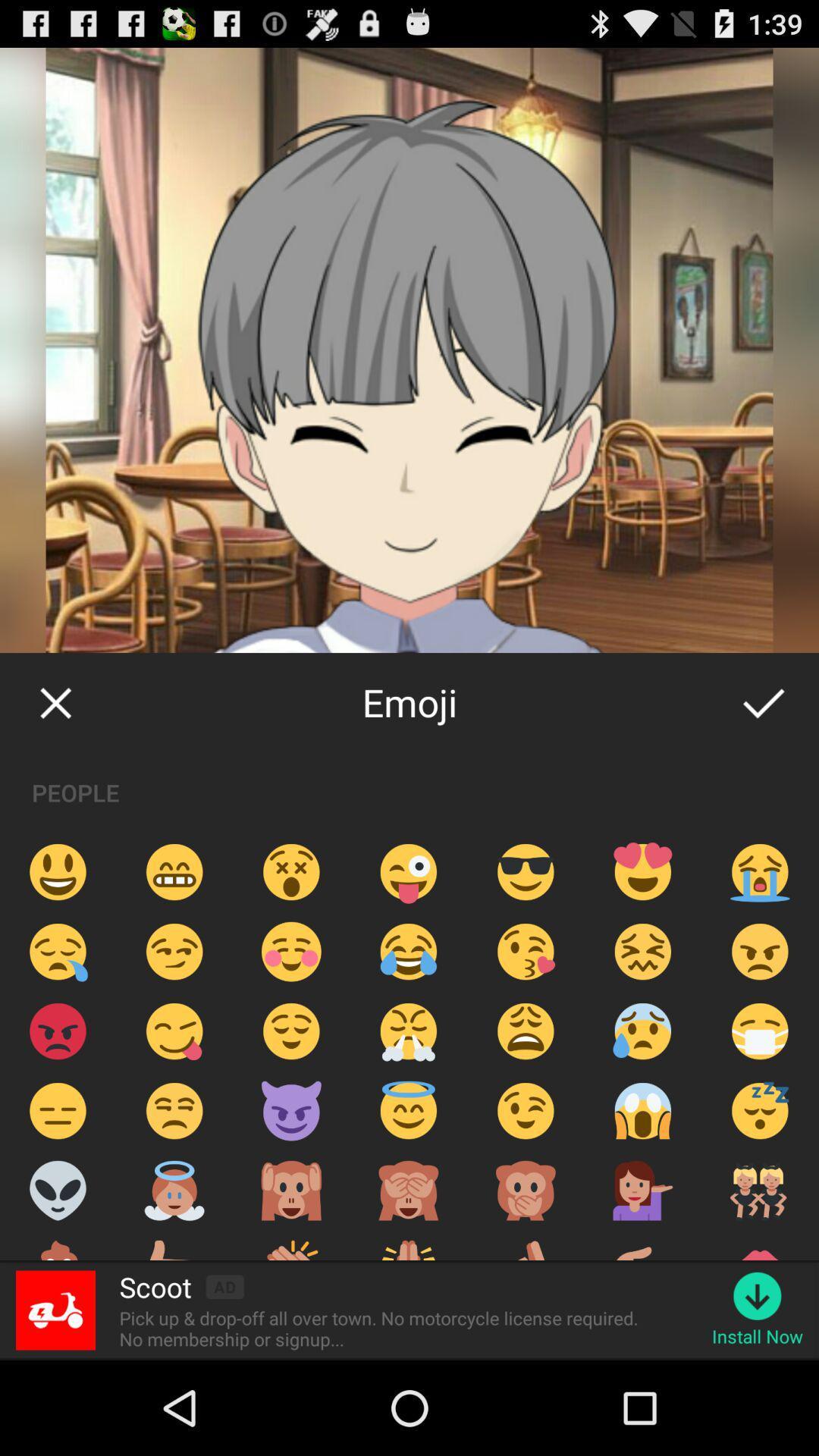 The width and height of the screenshot is (819, 1456). Describe the element at coordinates (763, 701) in the screenshot. I see `icon to the right of emoji item` at that location.